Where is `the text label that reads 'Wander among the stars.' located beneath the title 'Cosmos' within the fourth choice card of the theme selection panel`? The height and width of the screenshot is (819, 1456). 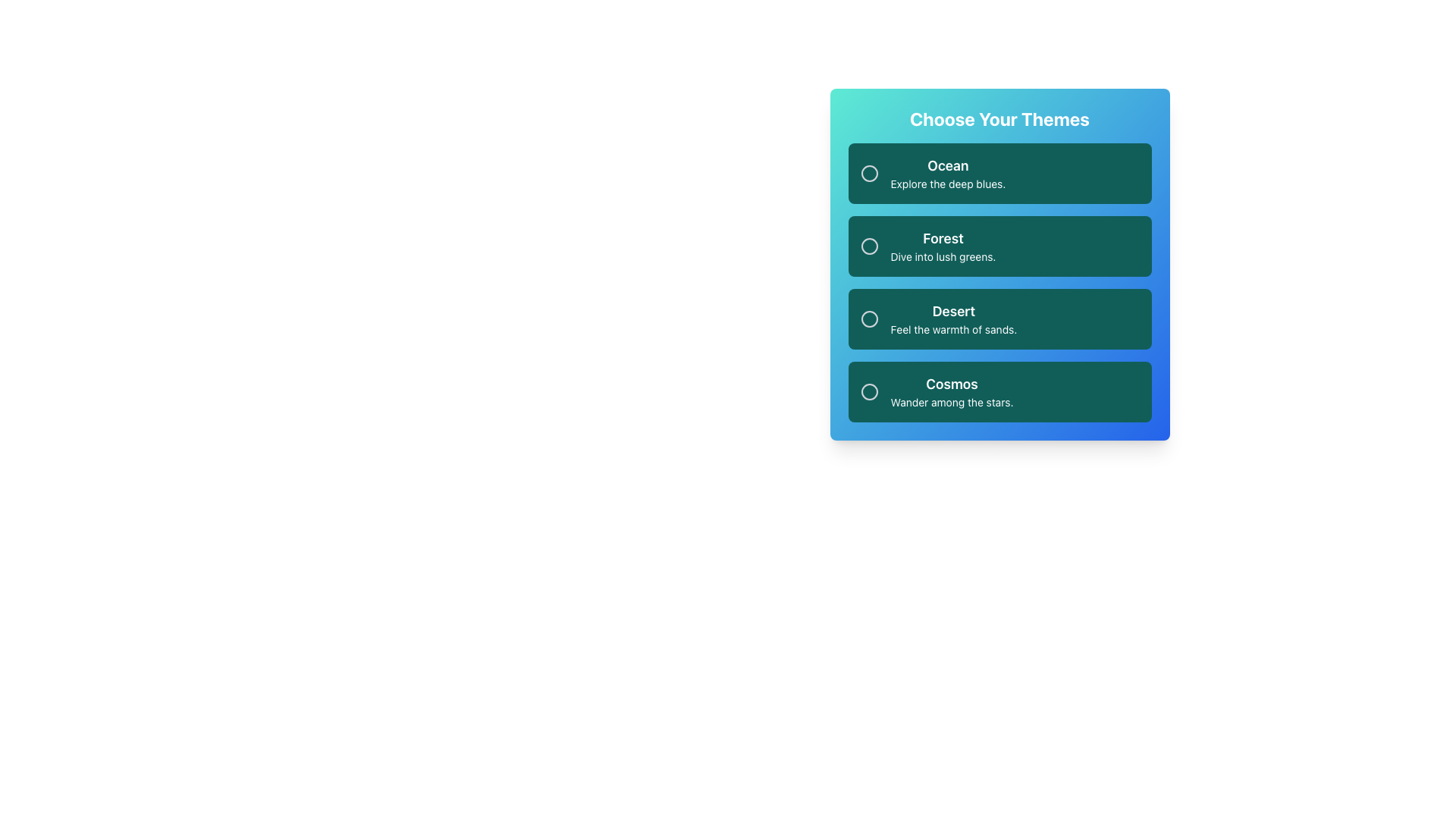
the text label that reads 'Wander among the stars.' located beneath the title 'Cosmos' within the fourth choice card of the theme selection panel is located at coordinates (951, 402).